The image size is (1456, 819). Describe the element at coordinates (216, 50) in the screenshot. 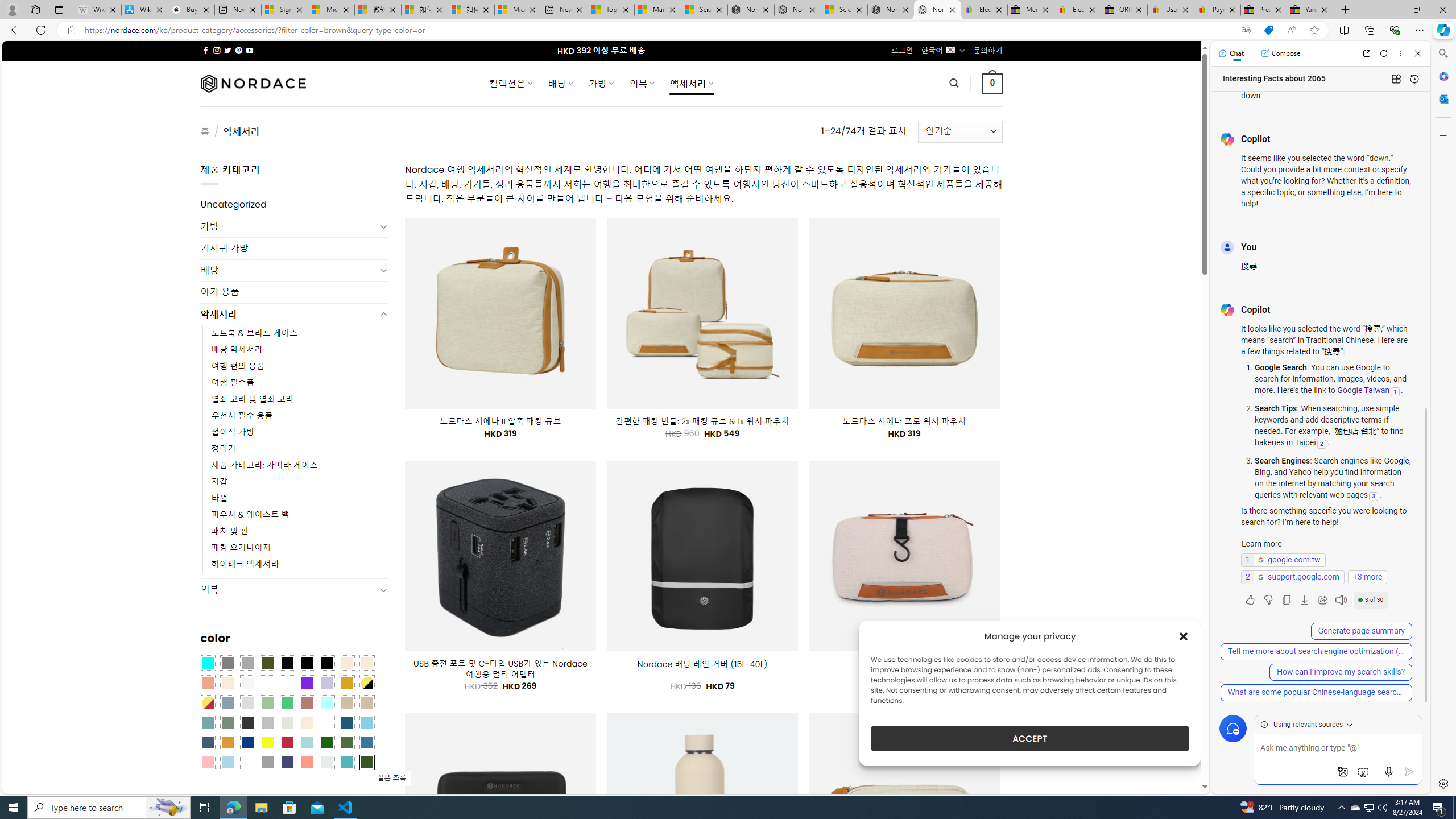

I see `'Follow on Instagram'` at that location.